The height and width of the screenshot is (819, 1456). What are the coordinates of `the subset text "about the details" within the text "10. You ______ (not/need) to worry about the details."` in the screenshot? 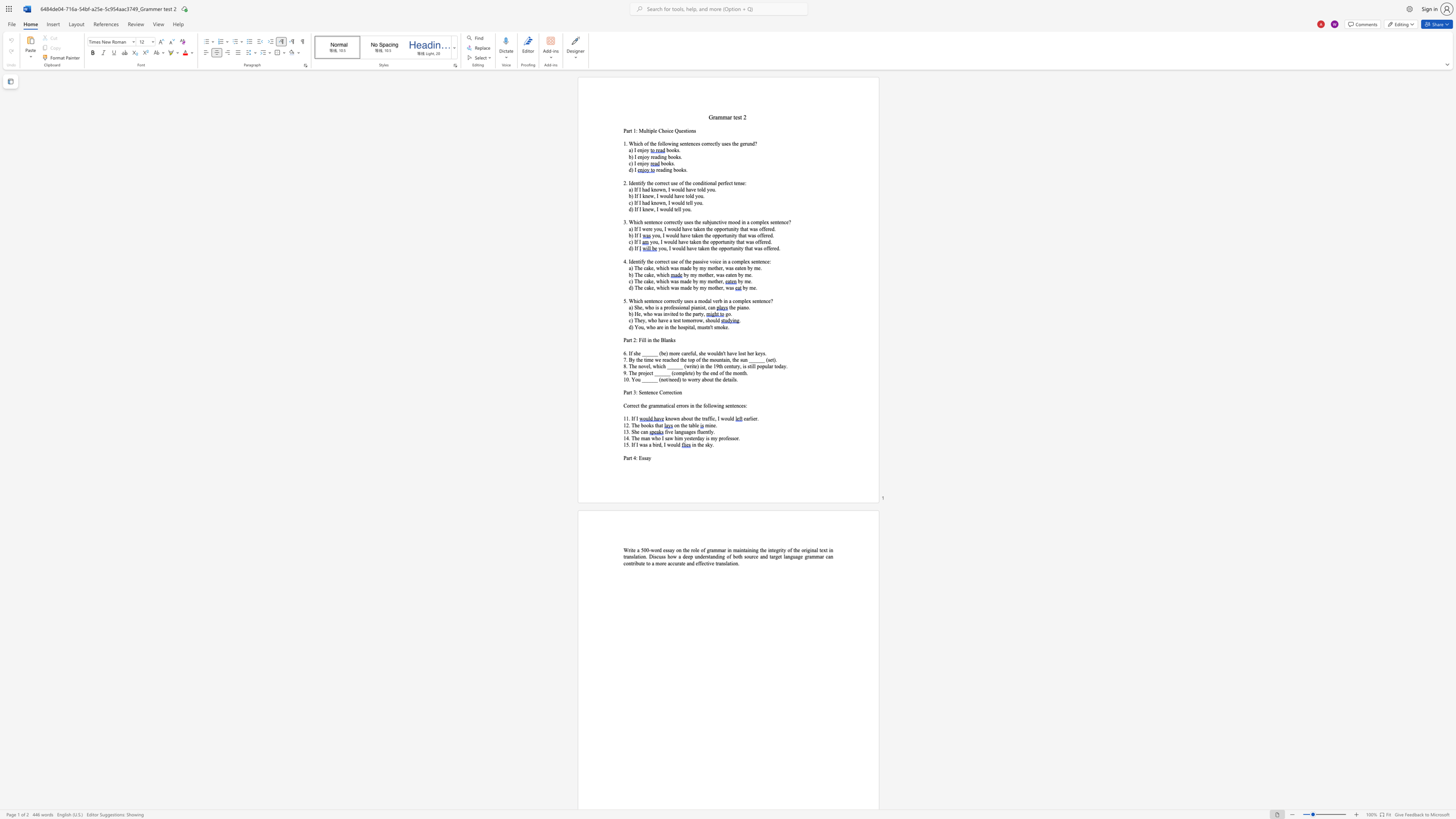 It's located at (701, 380).